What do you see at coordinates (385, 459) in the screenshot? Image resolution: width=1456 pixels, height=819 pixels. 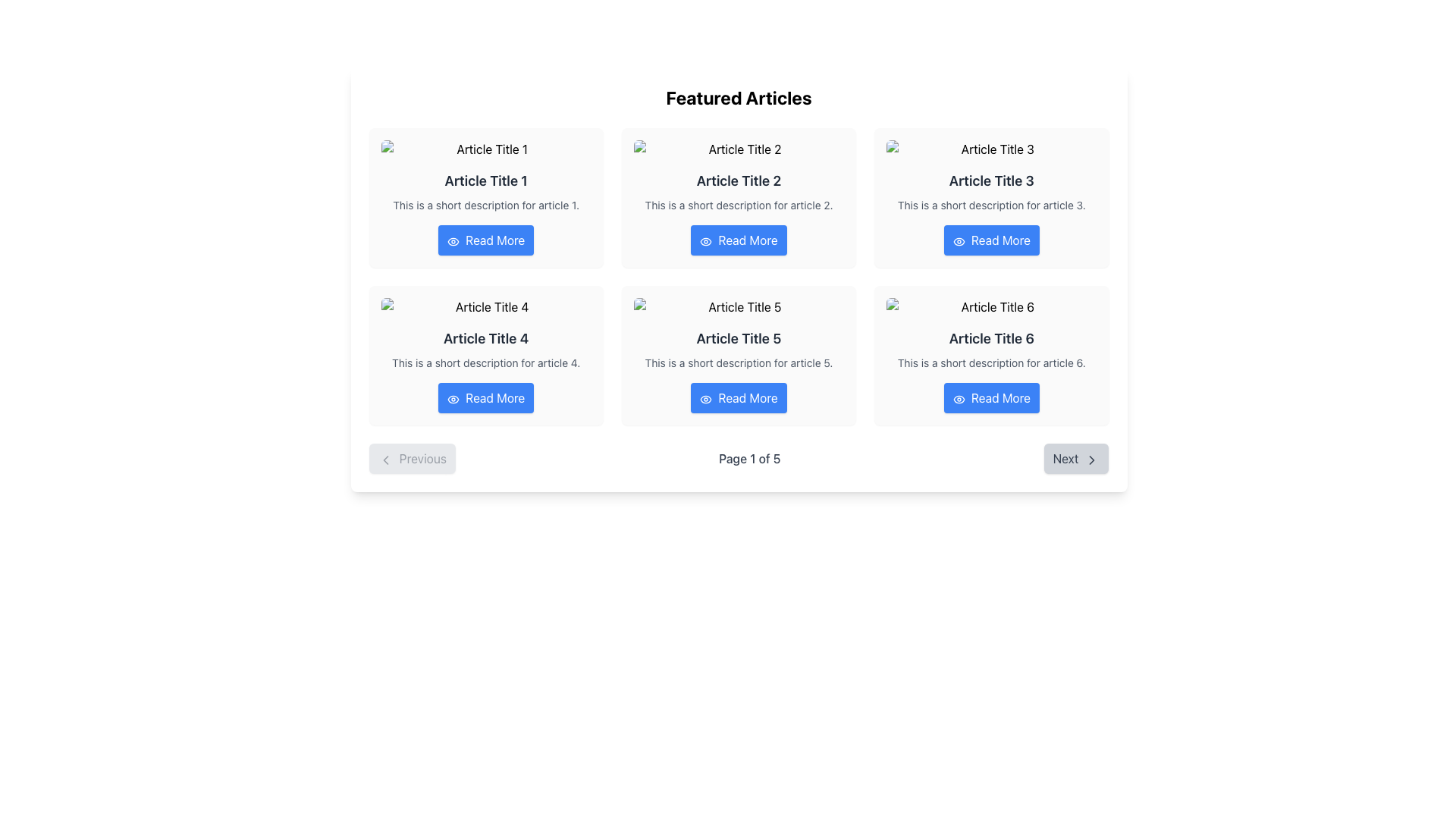 I see `the left-facing chevron icon located at the center of the 'Previous' button in the bottom-left corner of the navigation control panel` at bounding box center [385, 459].